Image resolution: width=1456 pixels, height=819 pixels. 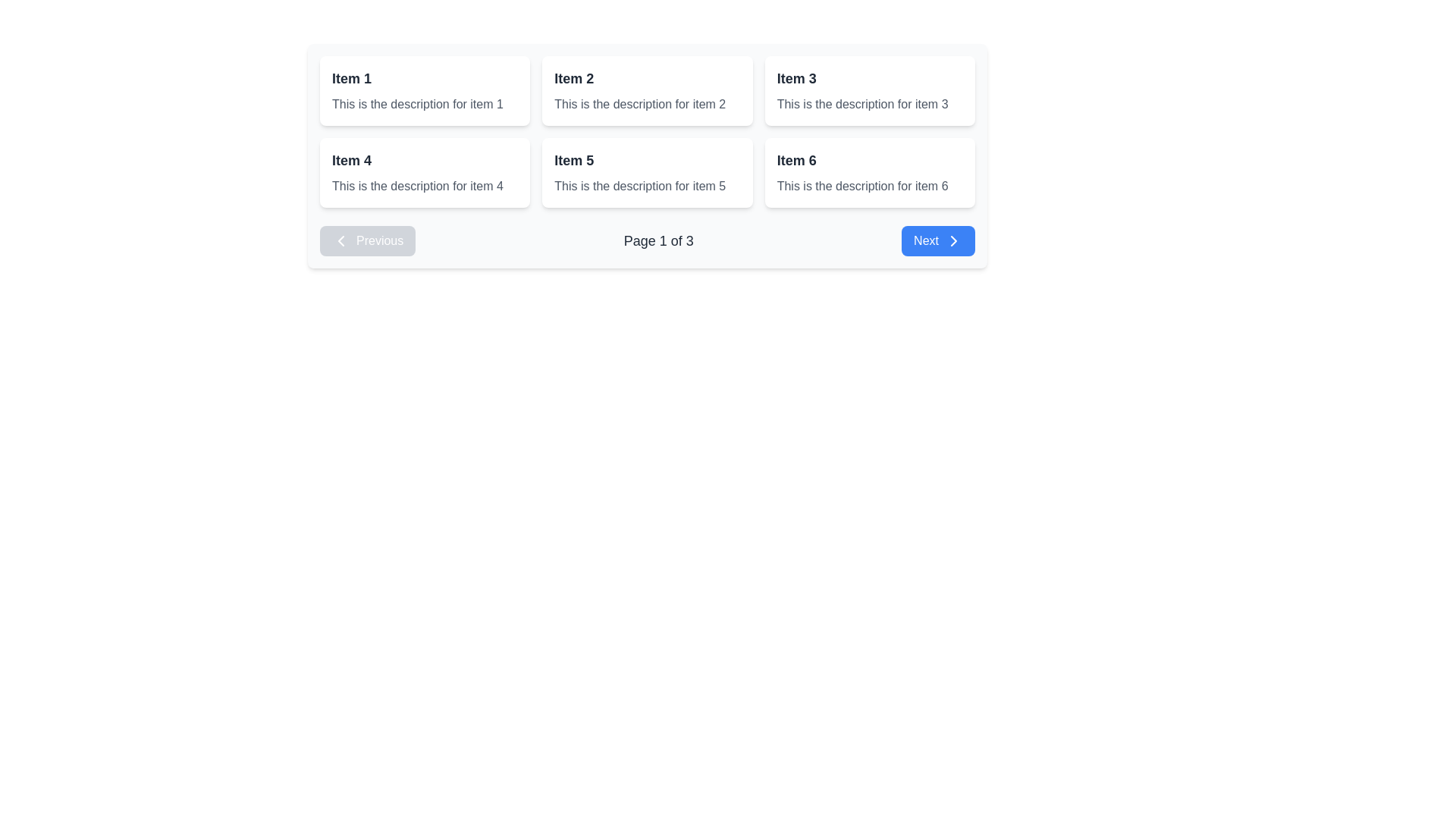 What do you see at coordinates (658, 240) in the screenshot?
I see `the Text label that informs the user of their current position out of the total number of pages available, which is located between the 'Previous' button and the 'Next' button in the horizontal navigation bar` at bounding box center [658, 240].